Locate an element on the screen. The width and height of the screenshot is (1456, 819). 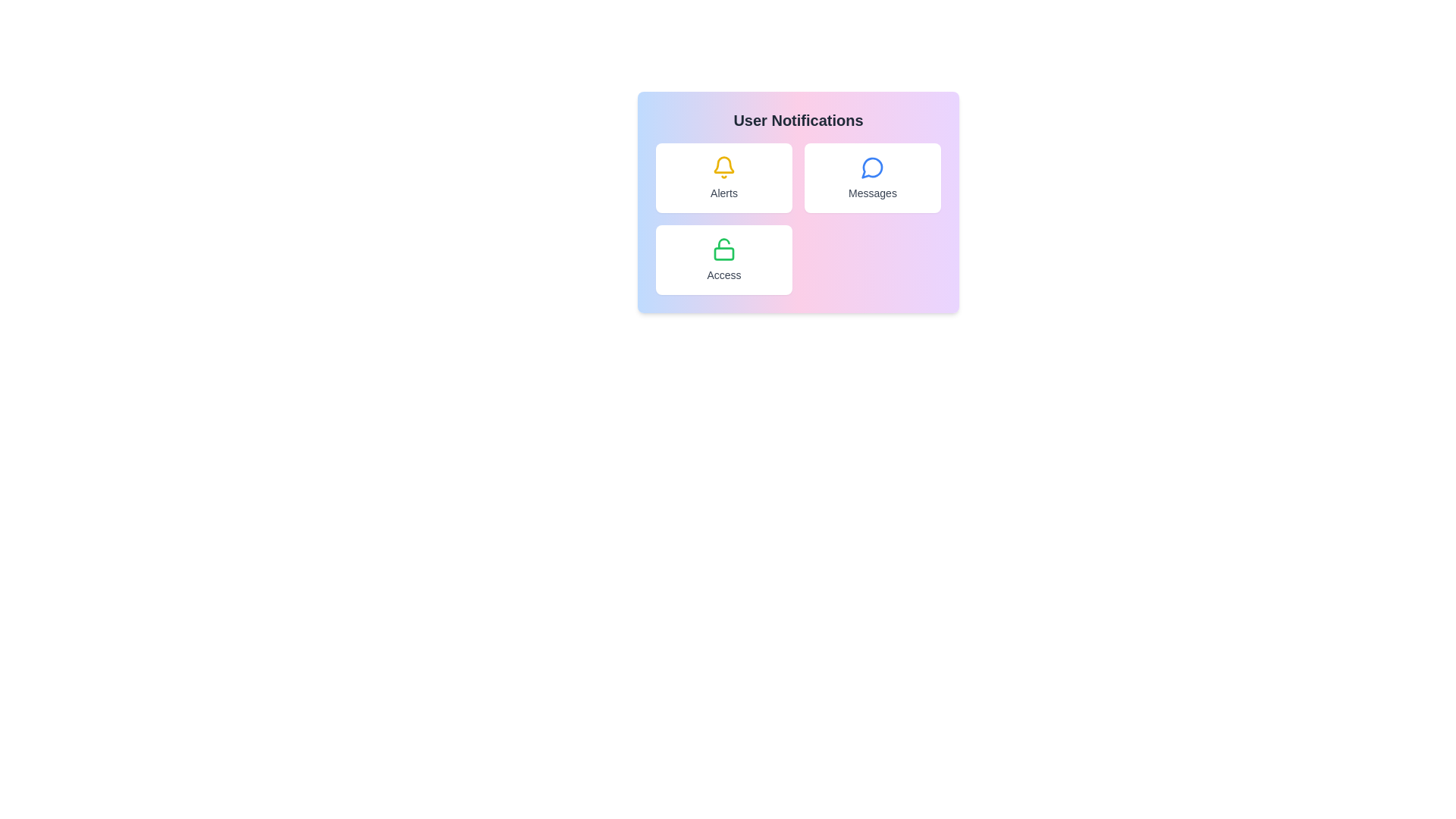
the speech bubble icon with a blue outline, located above the 'Messages' text is located at coordinates (873, 167).